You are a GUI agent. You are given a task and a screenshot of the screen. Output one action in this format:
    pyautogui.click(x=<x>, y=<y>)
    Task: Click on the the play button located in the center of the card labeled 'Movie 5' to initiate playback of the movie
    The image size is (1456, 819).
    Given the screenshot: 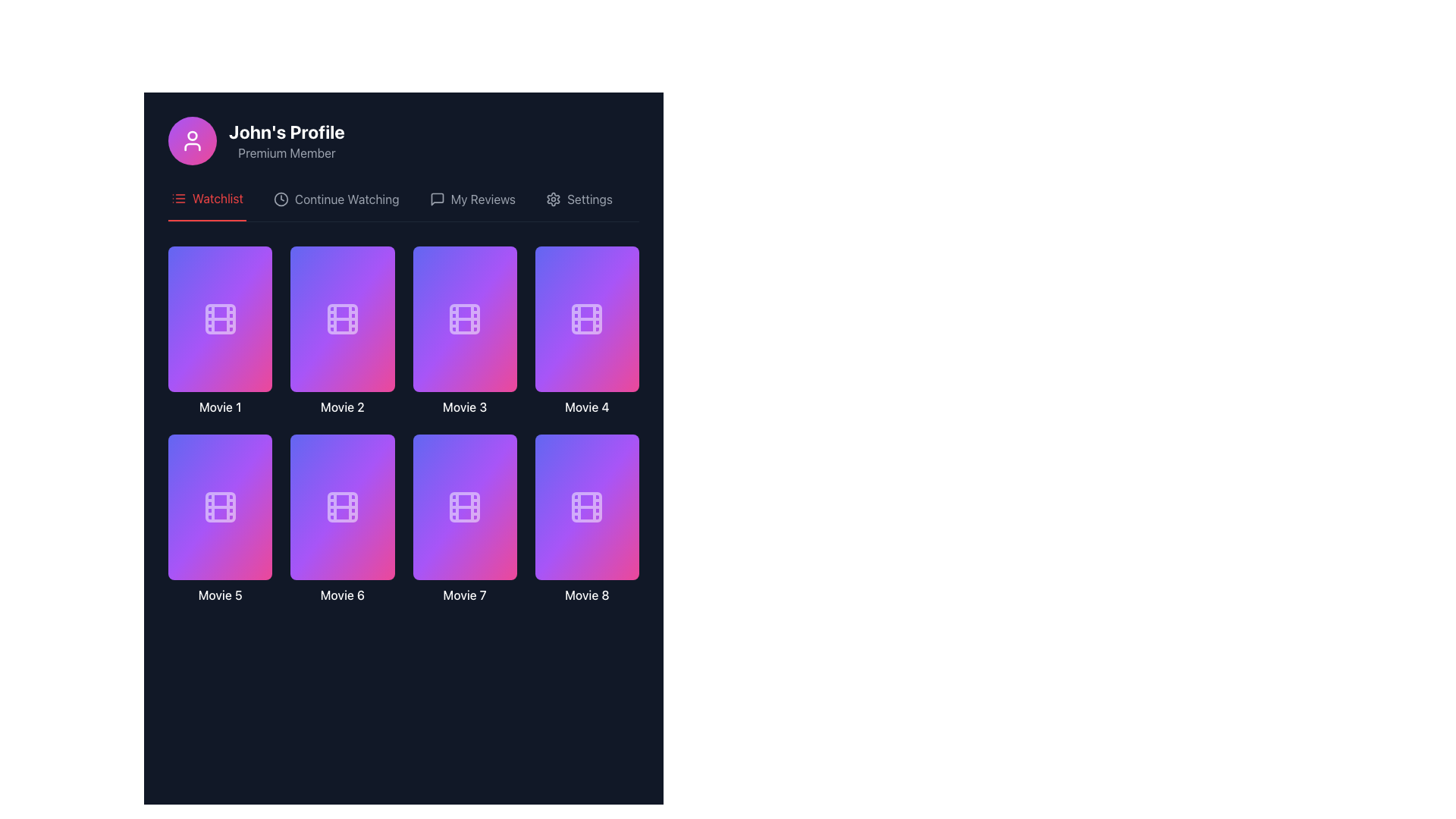 What is the action you would take?
    pyautogui.click(x=219, y=500)
    